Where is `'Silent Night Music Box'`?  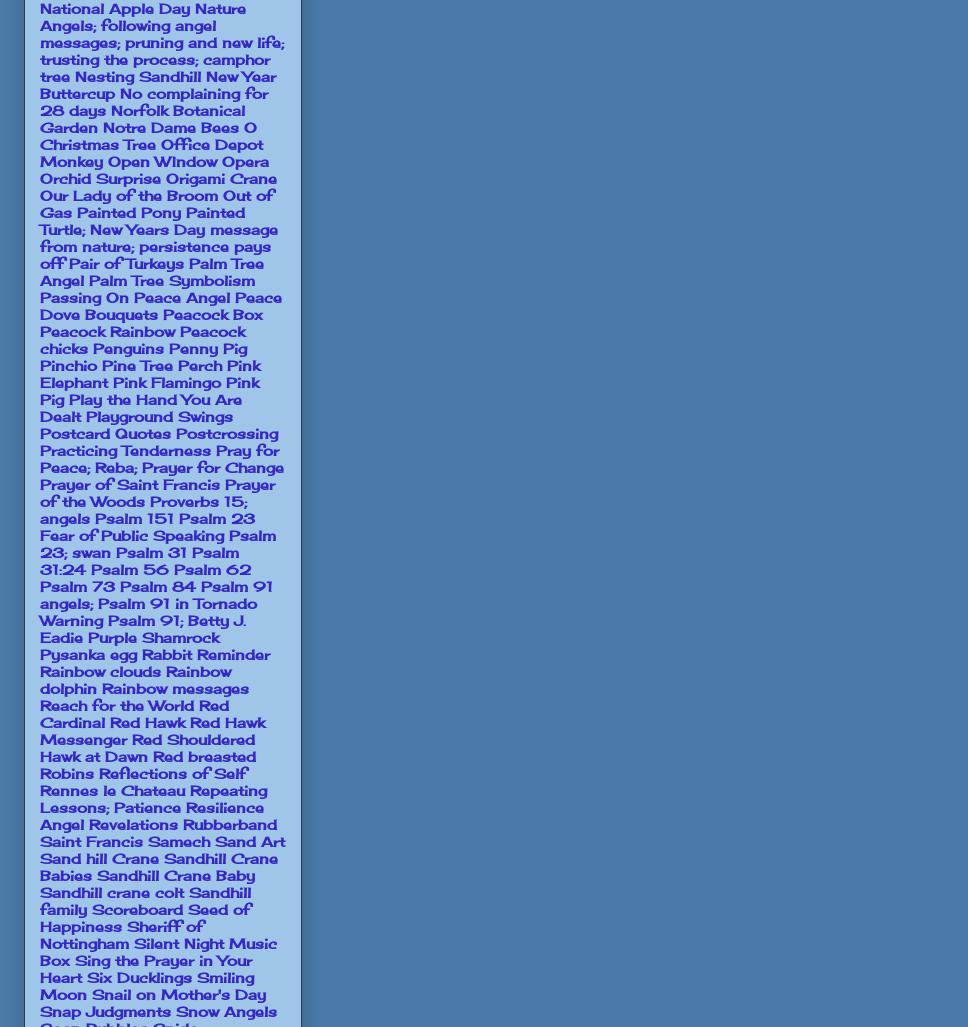
'Silent Night Music Box' is located at coordinates (157, 951).